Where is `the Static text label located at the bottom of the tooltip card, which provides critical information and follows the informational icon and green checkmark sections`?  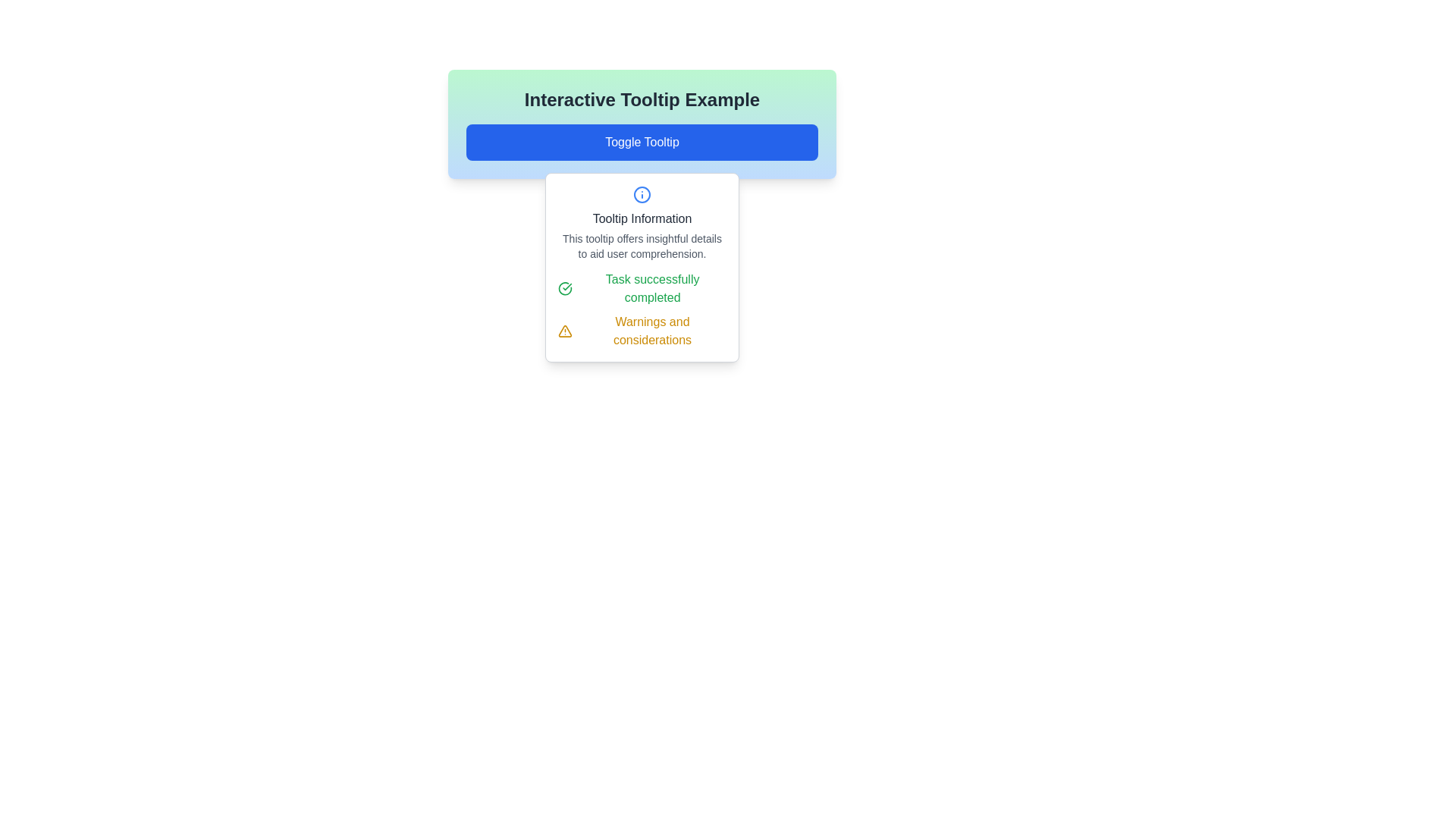
the Static text label located at the bottom of the tooltip card, which provides critical information and follows the informational icon and green checkmark sections is located at coordinates (652, 330).